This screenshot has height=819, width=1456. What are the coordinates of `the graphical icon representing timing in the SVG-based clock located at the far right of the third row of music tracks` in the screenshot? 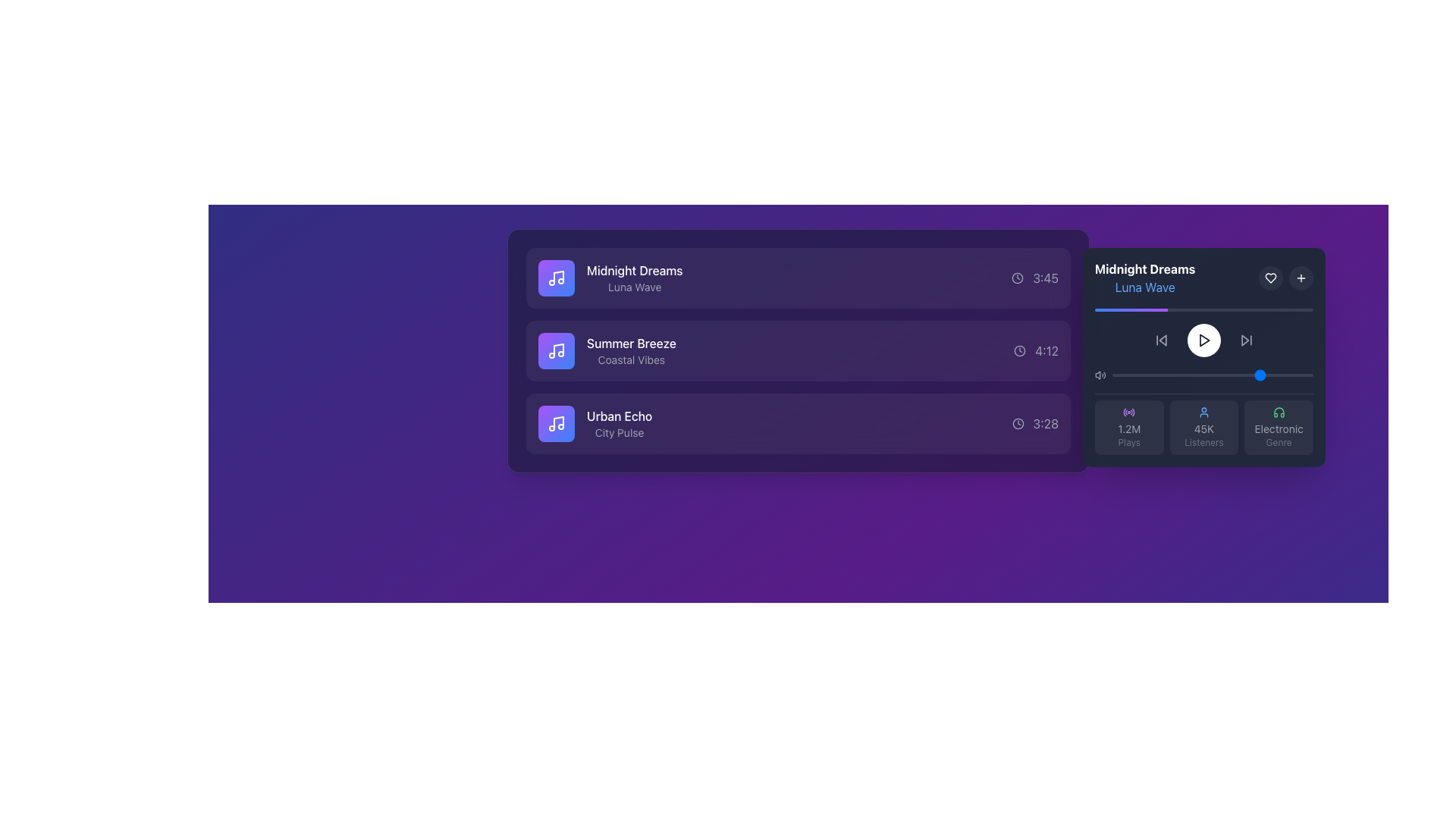 It's located at (1018, 424).